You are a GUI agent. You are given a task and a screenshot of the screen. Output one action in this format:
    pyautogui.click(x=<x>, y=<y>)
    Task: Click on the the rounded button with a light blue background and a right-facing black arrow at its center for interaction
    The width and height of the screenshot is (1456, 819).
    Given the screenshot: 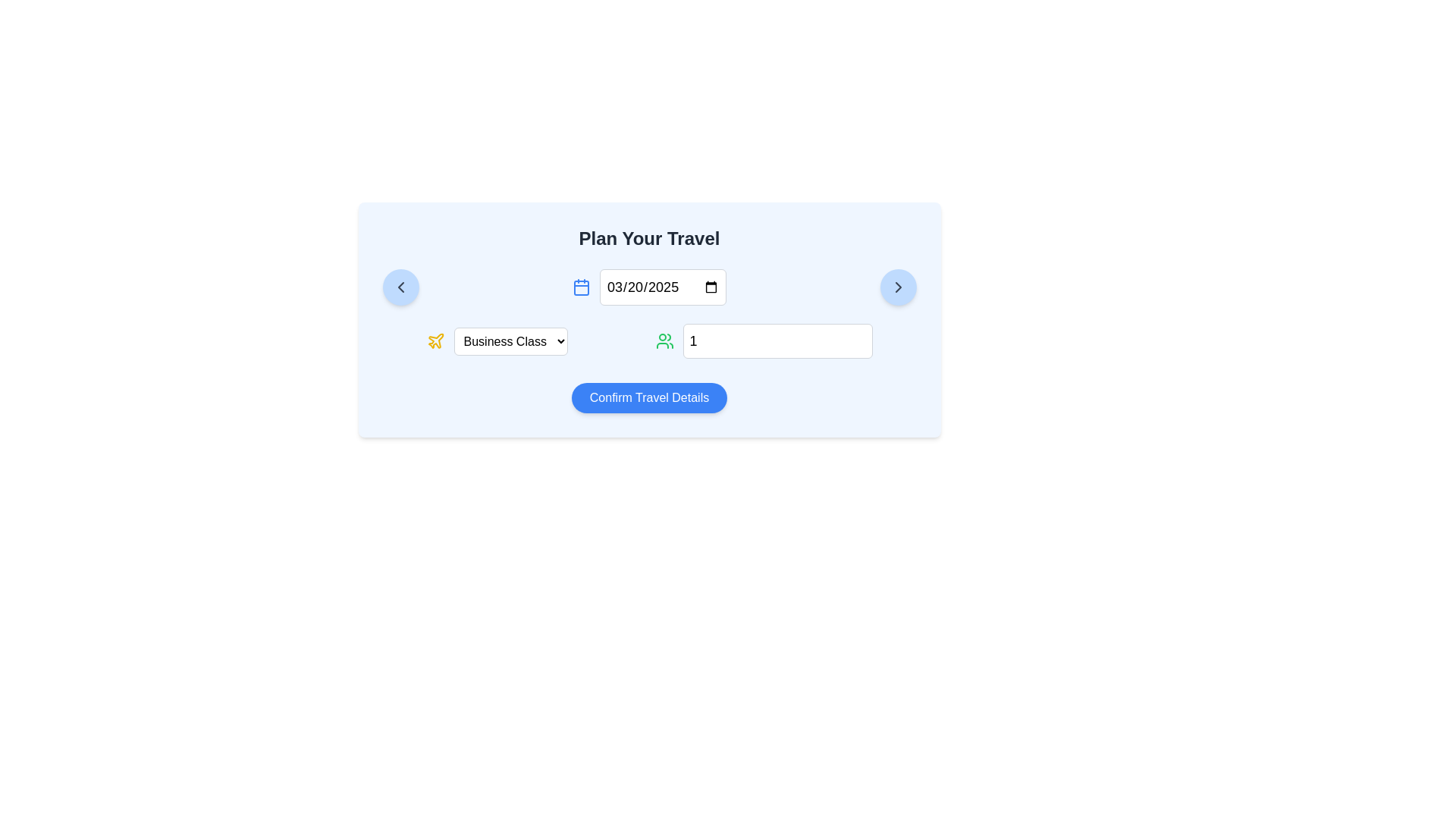 What is the action you would take?
    pyautogui.click(x=898, y=287)
    